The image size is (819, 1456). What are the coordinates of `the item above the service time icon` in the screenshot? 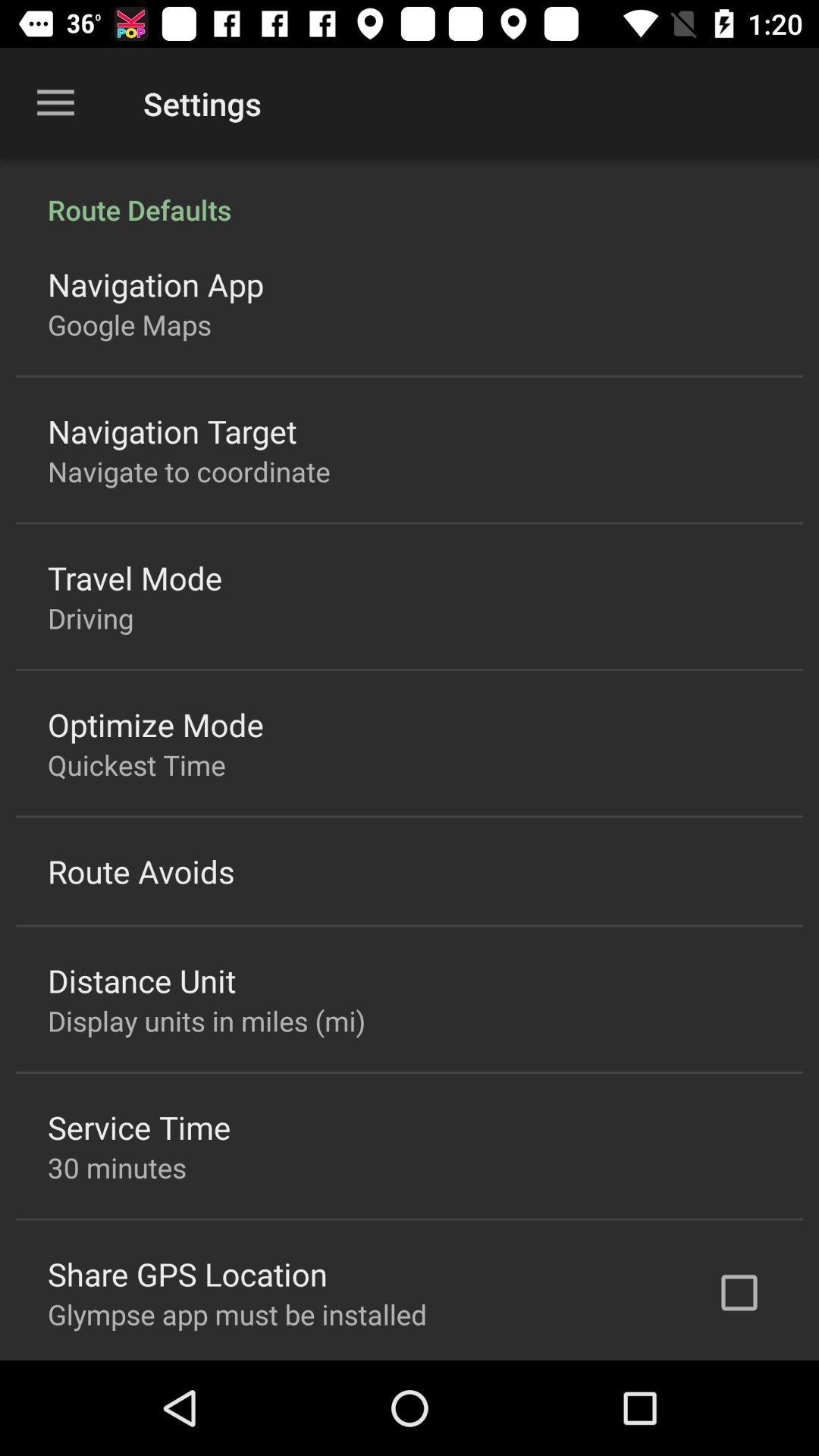 It's located at (206, 1021).